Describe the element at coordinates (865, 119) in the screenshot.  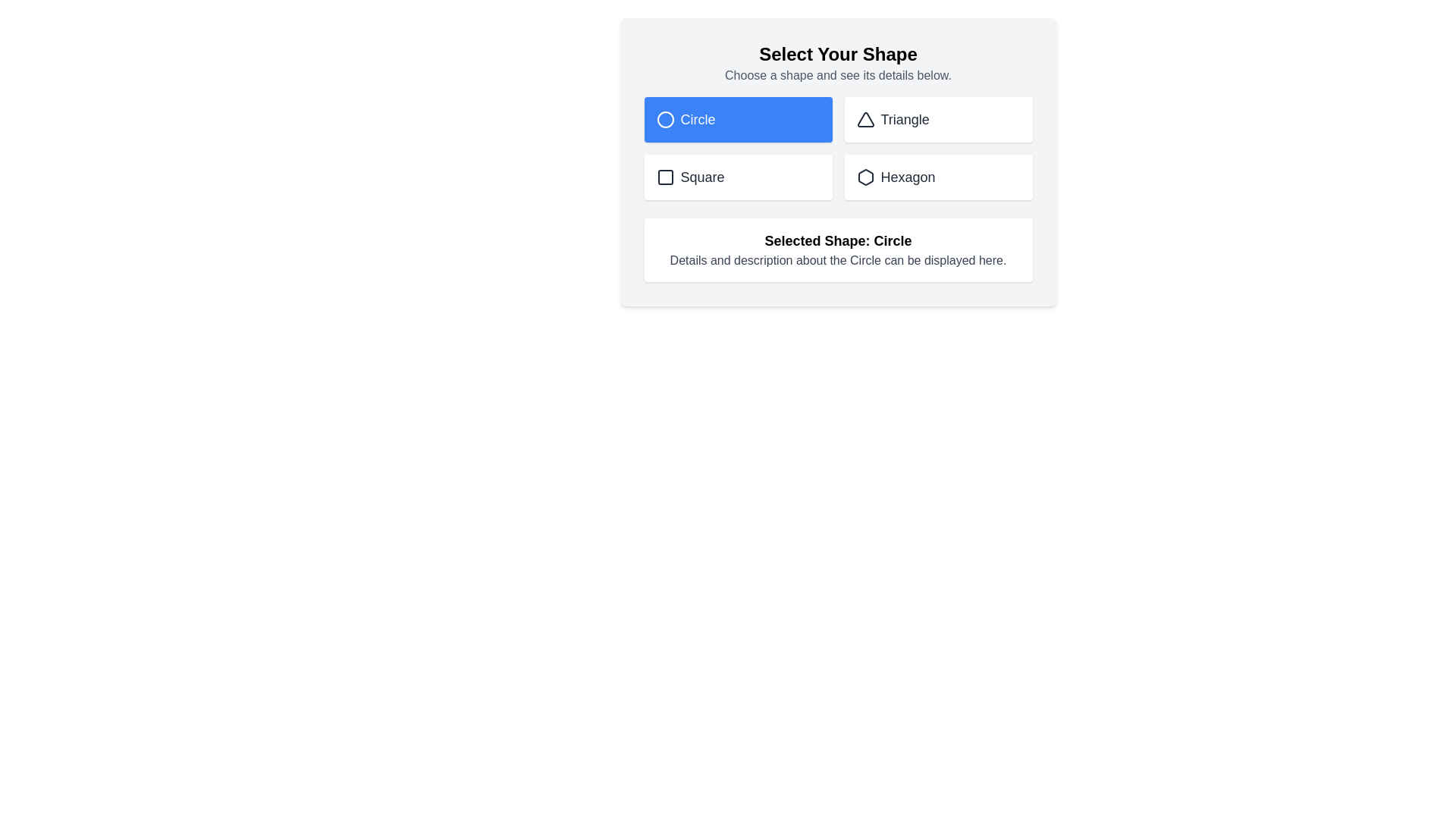
I see `the triangle-shaped SVG icon outlined in black, which is the second button from the left in the shape selection options, adjacent to the 'Circle' option on the left and 'Hexagon' on the right` at that location.